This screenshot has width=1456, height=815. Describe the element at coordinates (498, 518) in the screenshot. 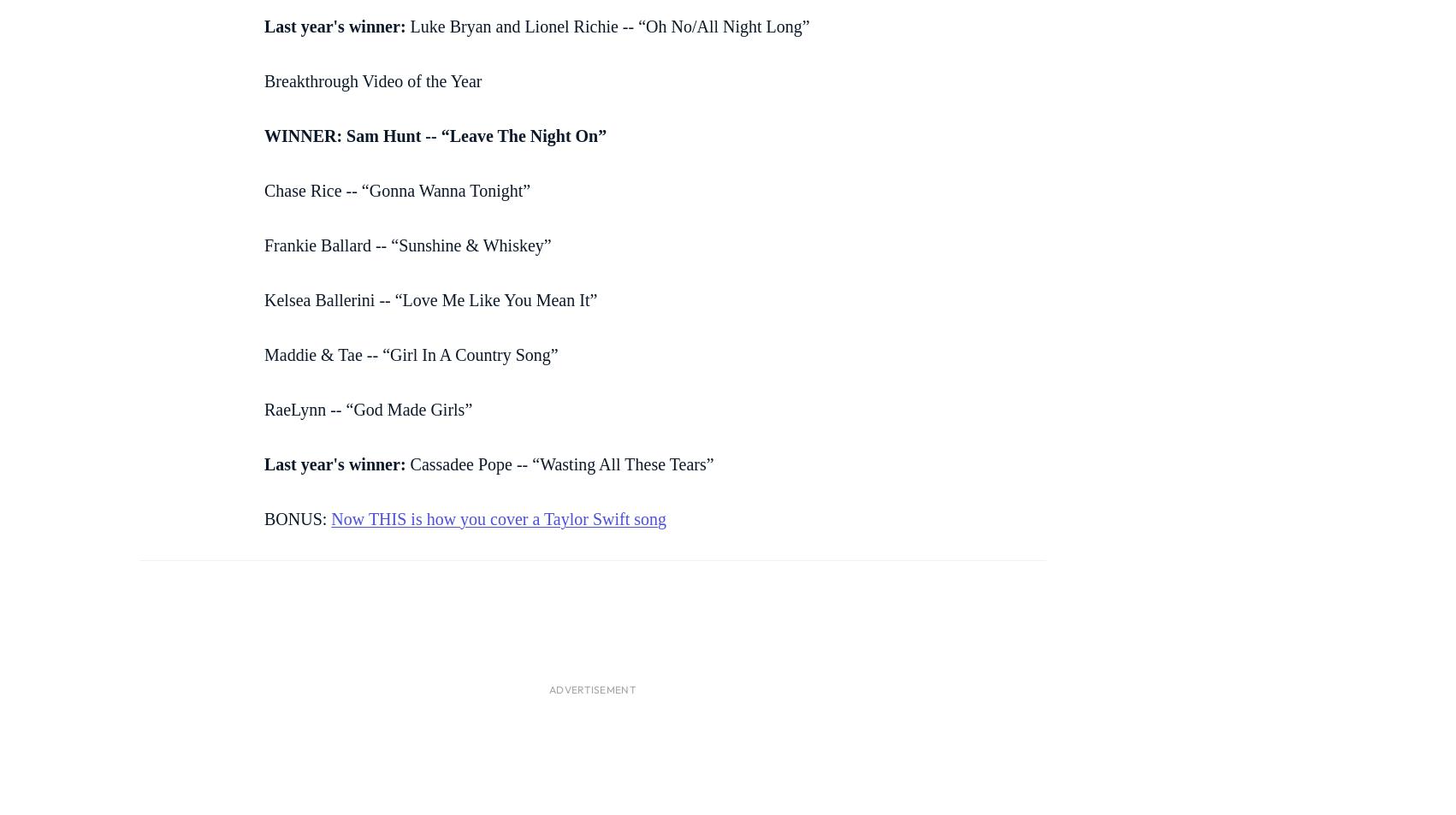

I see `'Now THIS is how you cover a Taylor Swift song'` at that location.